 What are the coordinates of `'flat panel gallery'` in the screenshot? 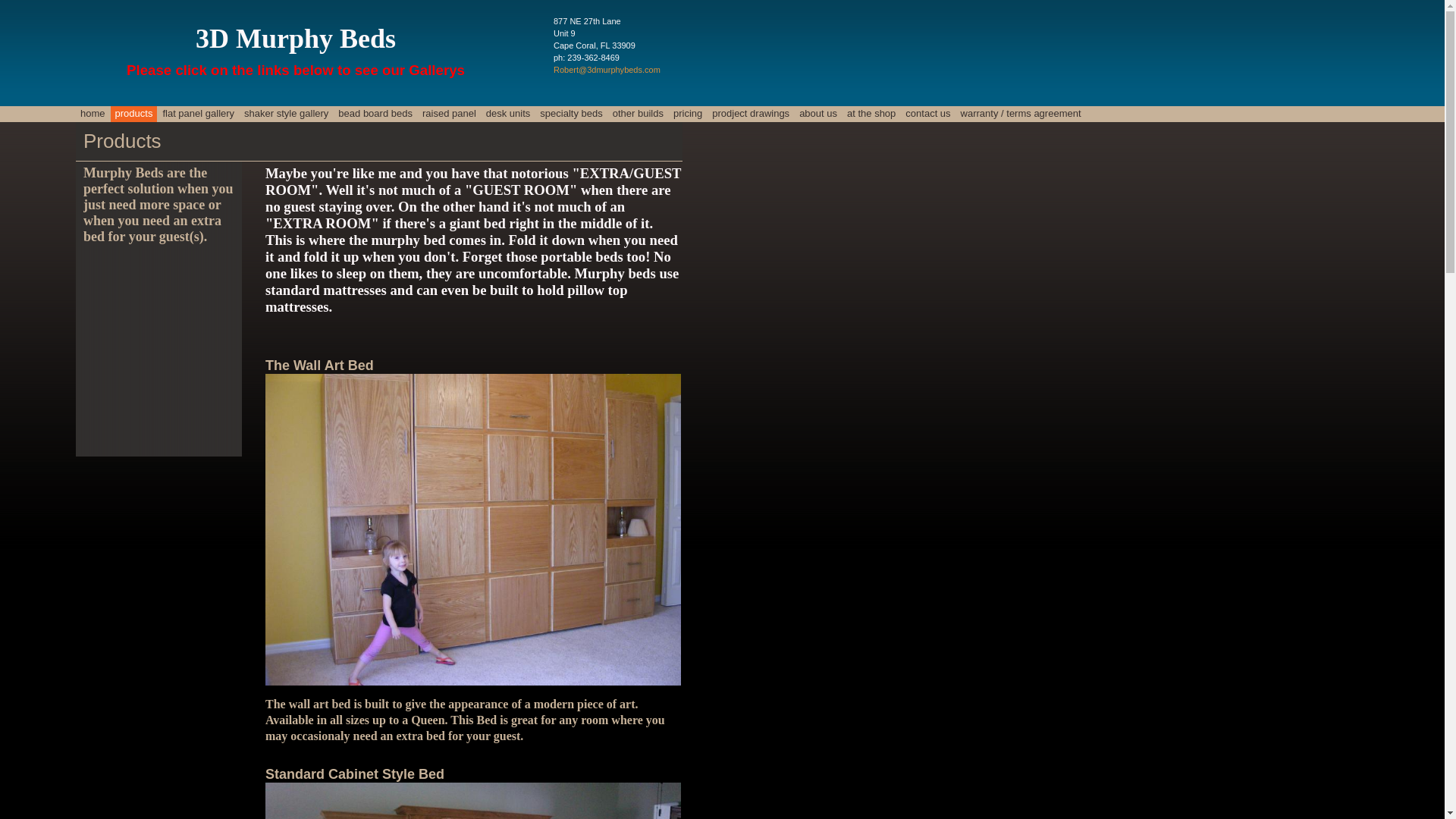 It's located at (197, 113).